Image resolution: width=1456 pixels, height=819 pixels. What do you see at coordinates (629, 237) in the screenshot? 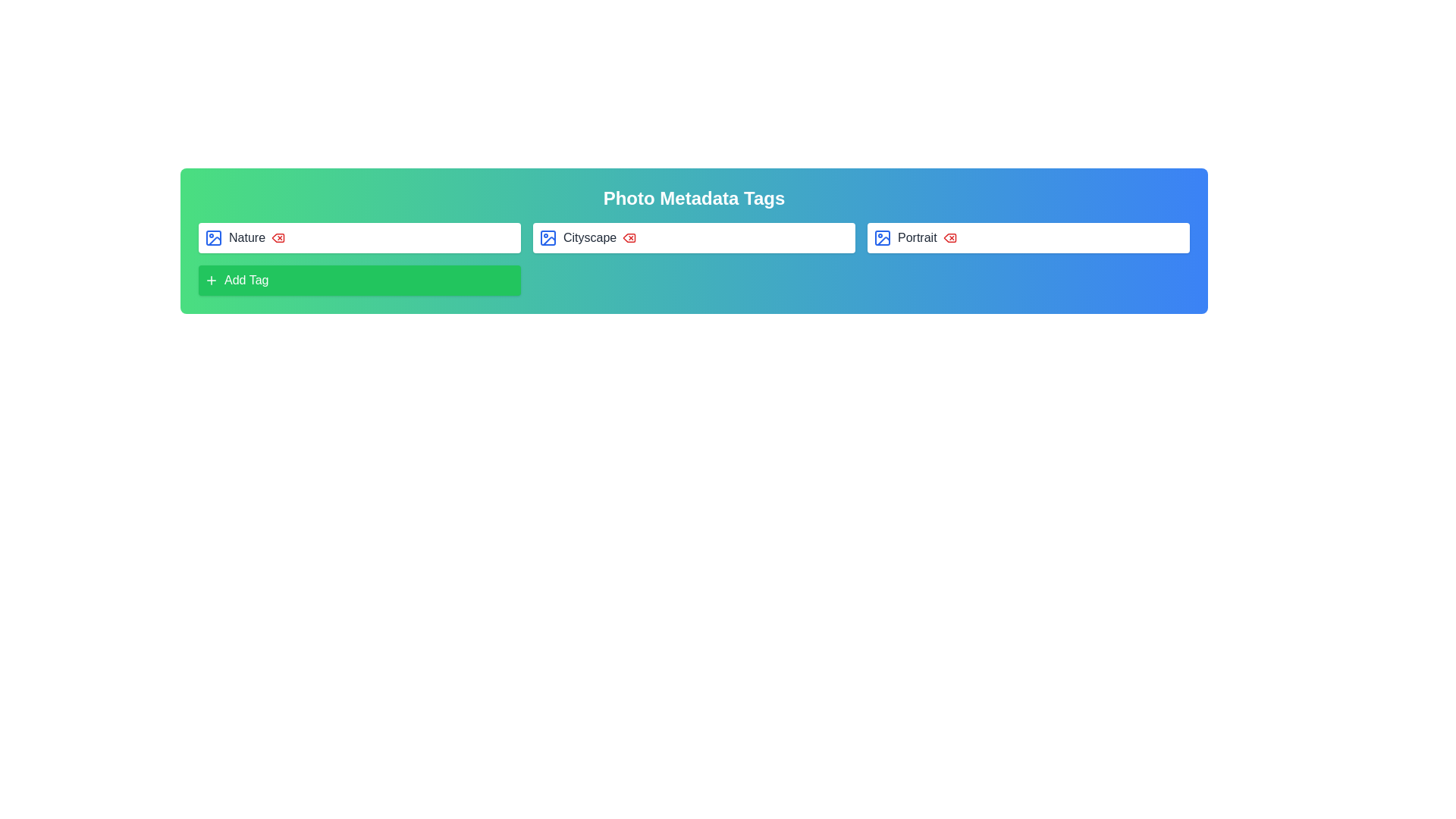
I see `the red trash/delete icon located to the right of the 'Cityscape' text for accessibility interactions` at bounding box center [629, 237].